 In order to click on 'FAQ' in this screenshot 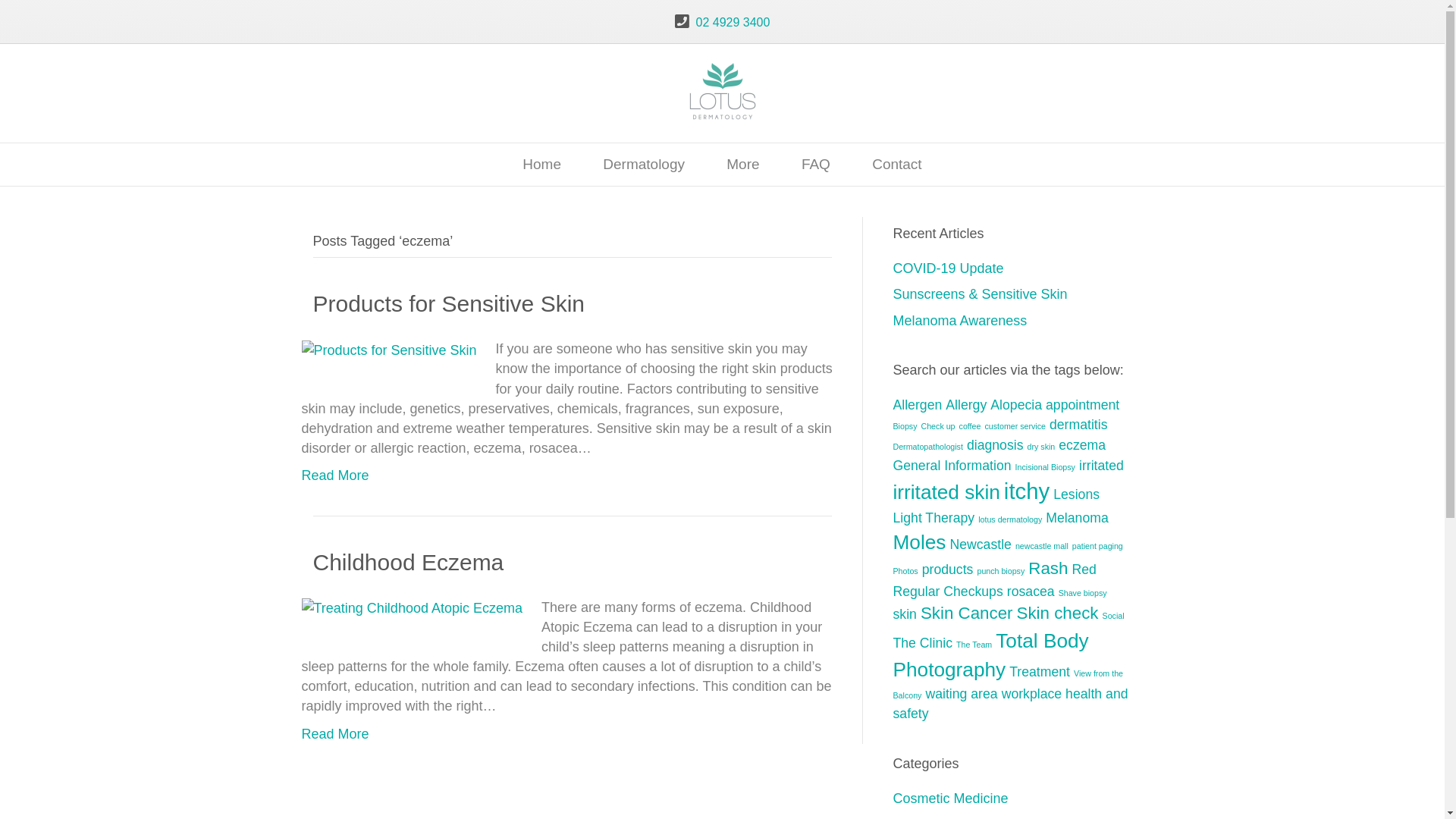, I will do `click(814, 165)`.